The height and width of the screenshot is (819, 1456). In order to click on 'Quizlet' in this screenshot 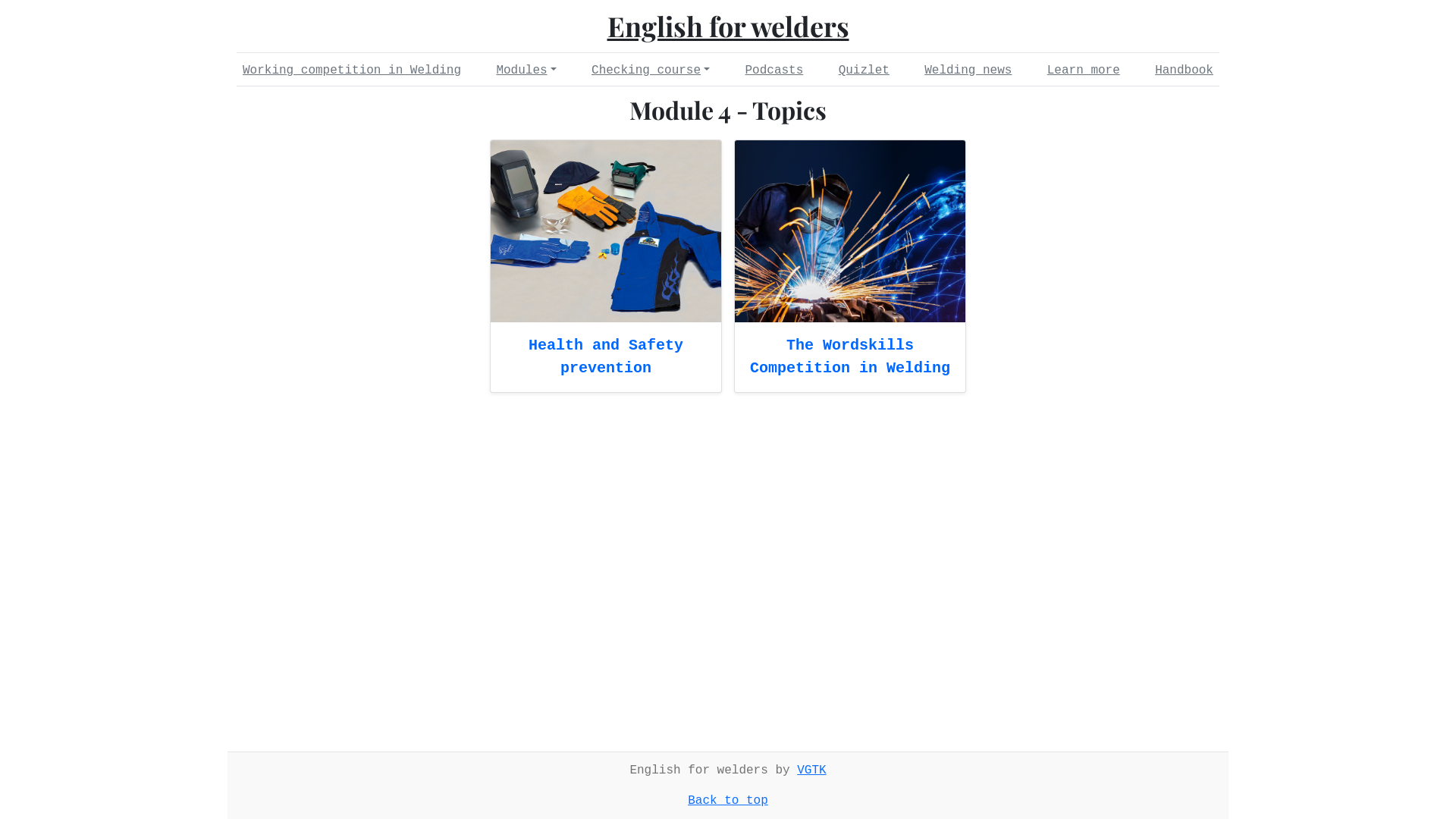, I will do `click(864, 70)`.